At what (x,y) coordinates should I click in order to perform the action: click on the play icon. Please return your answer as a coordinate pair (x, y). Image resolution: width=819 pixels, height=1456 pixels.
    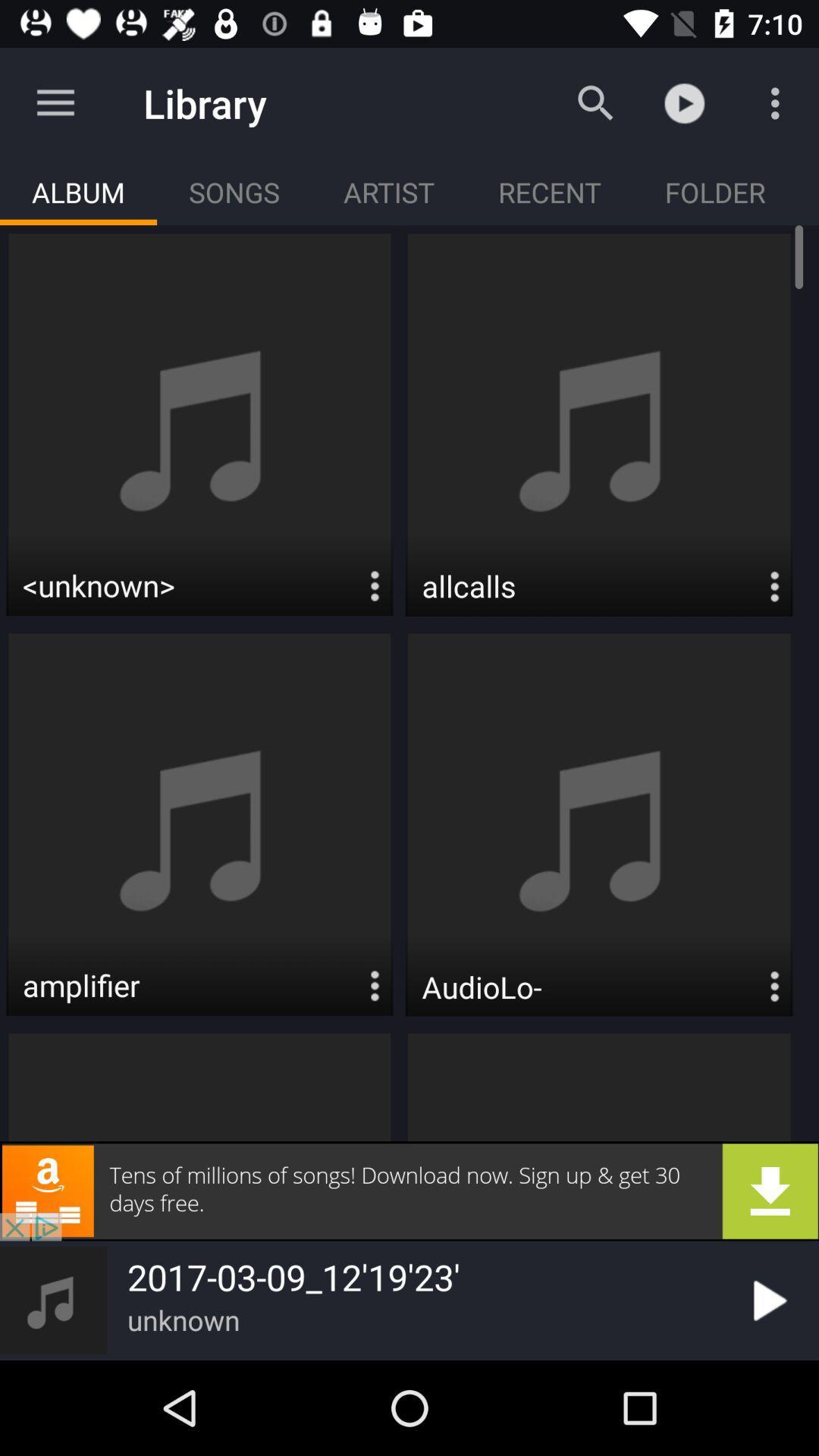
    Looking at the image, I should click on (767, 1300).